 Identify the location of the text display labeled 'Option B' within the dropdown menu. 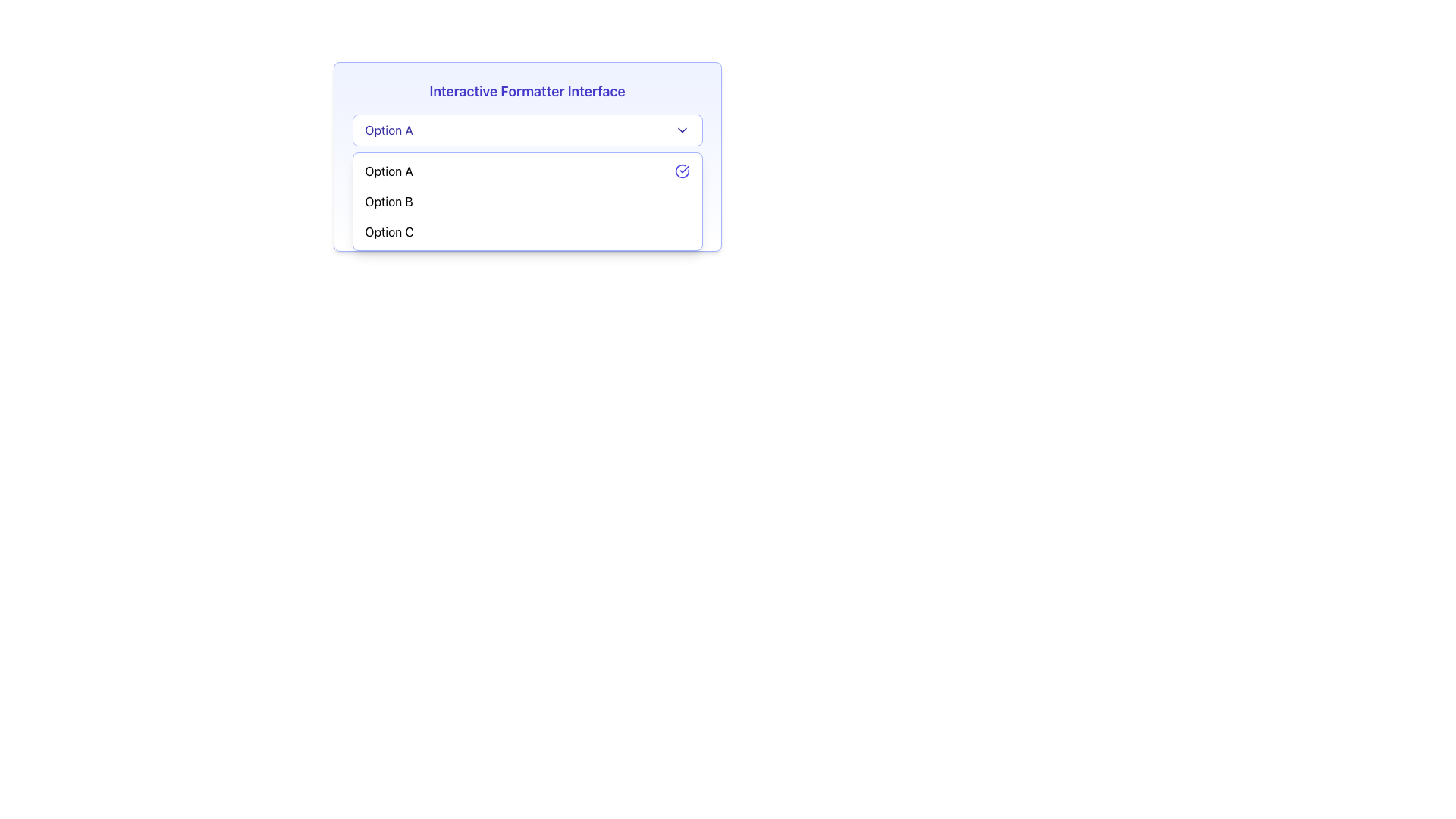
(389, 201).